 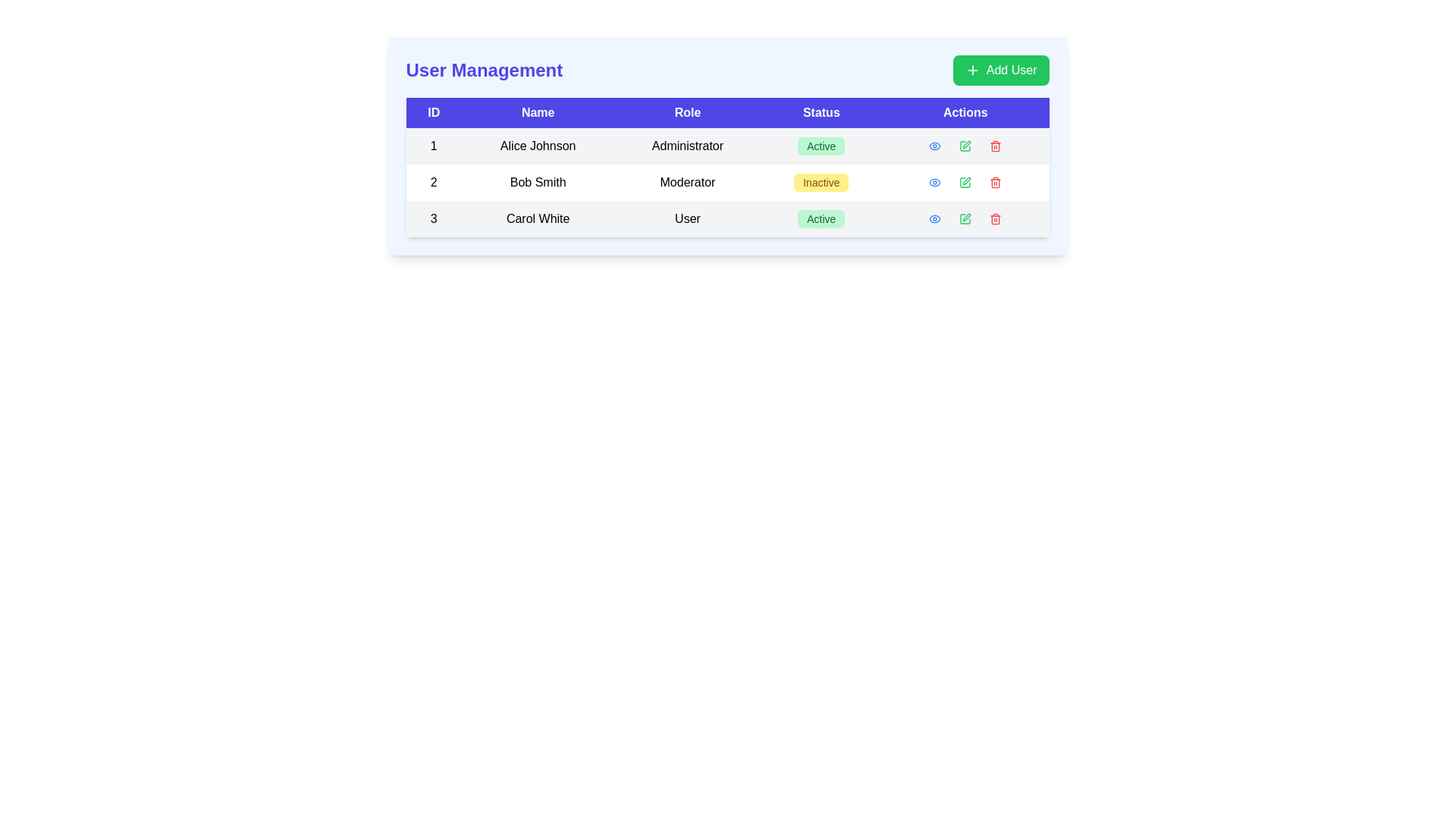 I want to click on the edit button in the 'Actions' column, located in the third row of the data table, so click(x=964, y=219).